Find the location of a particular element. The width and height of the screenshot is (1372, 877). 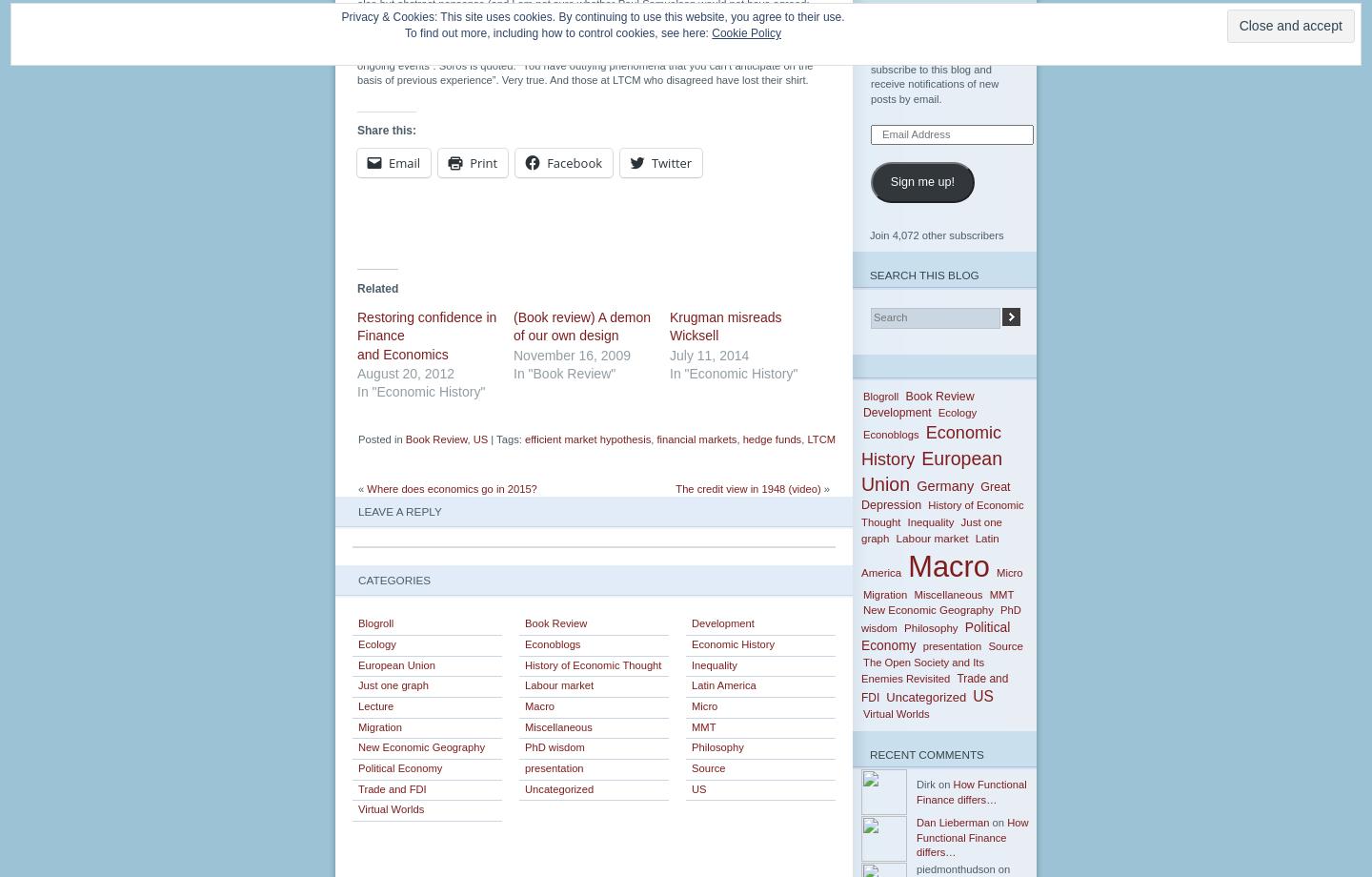

'Enter your email address to subscribe to this blog and receive notifications of new posts by email.' is located at coordinates (934, 75).